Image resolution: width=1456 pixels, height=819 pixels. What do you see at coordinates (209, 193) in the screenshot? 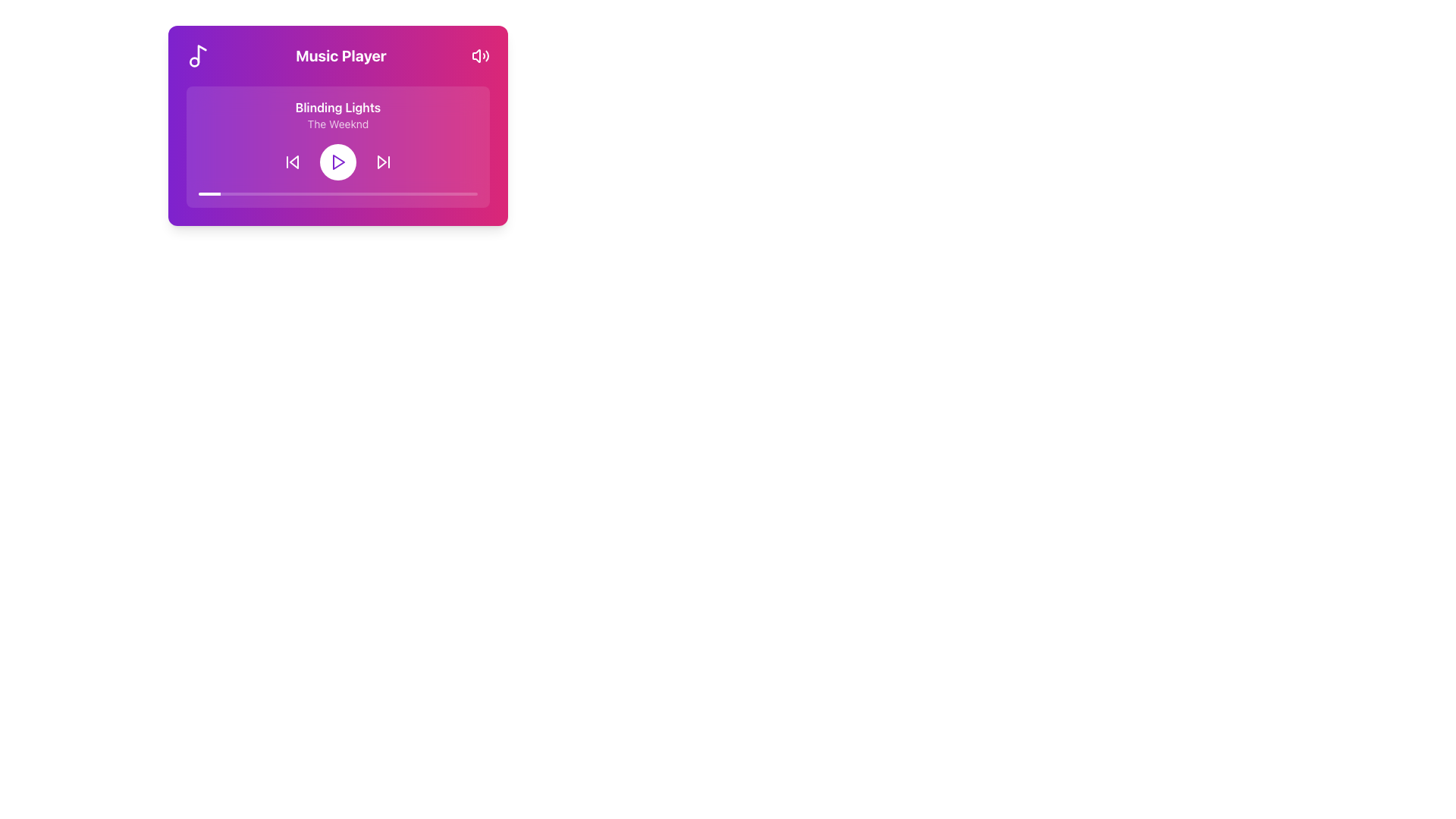
I see `the narrow, rectangular progress bar segment with a white background located at the far-left edge of the progress bar` at bounding box center [209, 193].